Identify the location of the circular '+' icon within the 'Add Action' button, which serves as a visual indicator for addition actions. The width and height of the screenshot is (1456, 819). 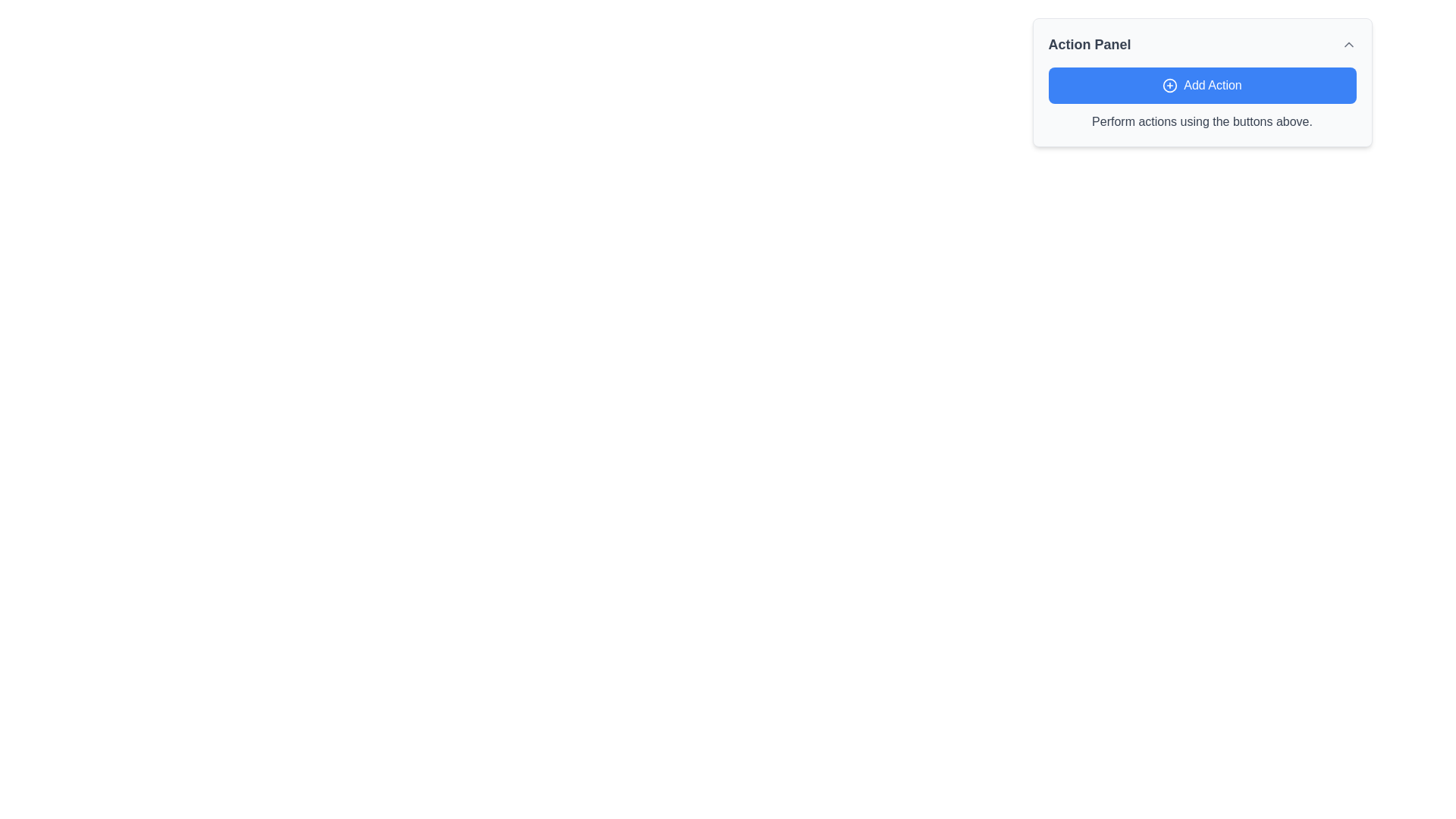
(1169, 85).